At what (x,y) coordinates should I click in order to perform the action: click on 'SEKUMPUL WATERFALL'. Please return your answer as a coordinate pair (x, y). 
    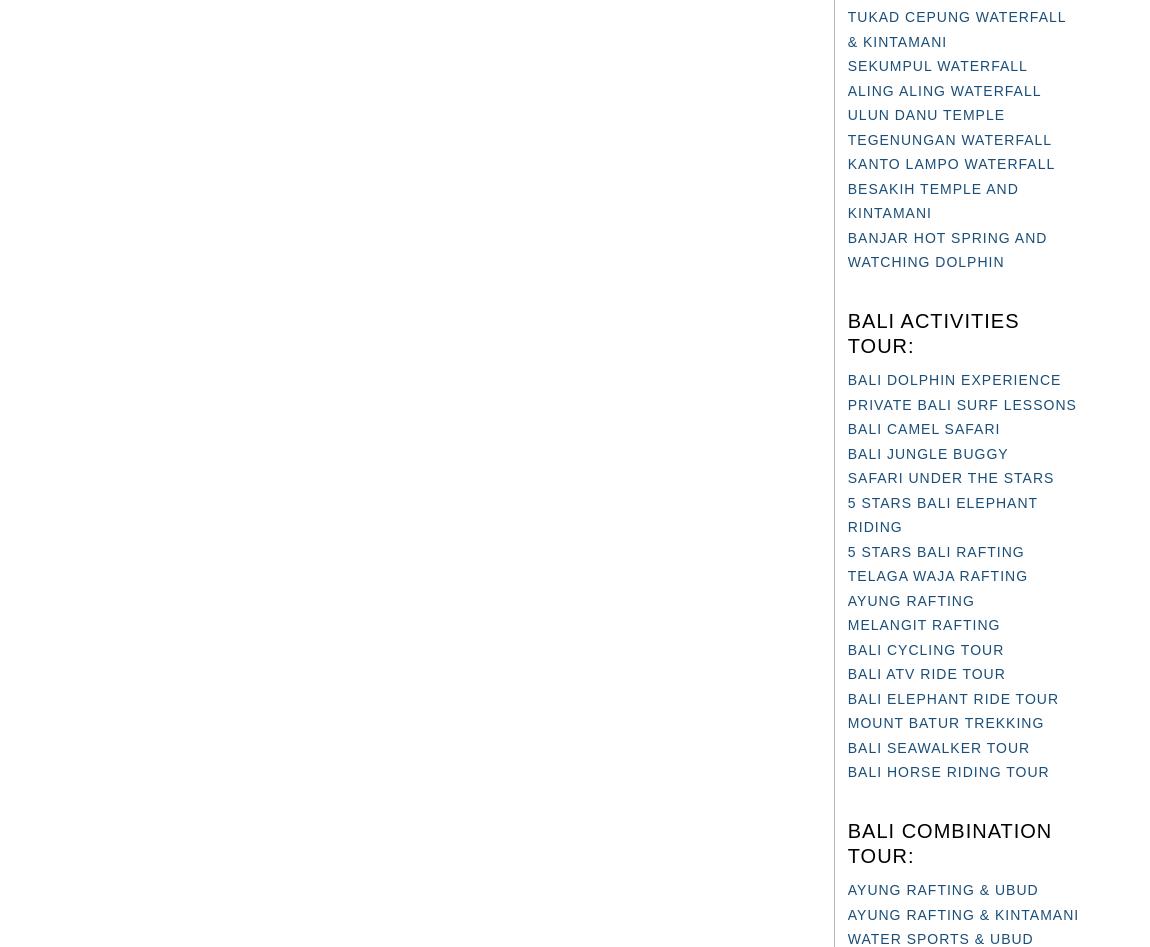
    Looking at the image, I should click on (937, 66).